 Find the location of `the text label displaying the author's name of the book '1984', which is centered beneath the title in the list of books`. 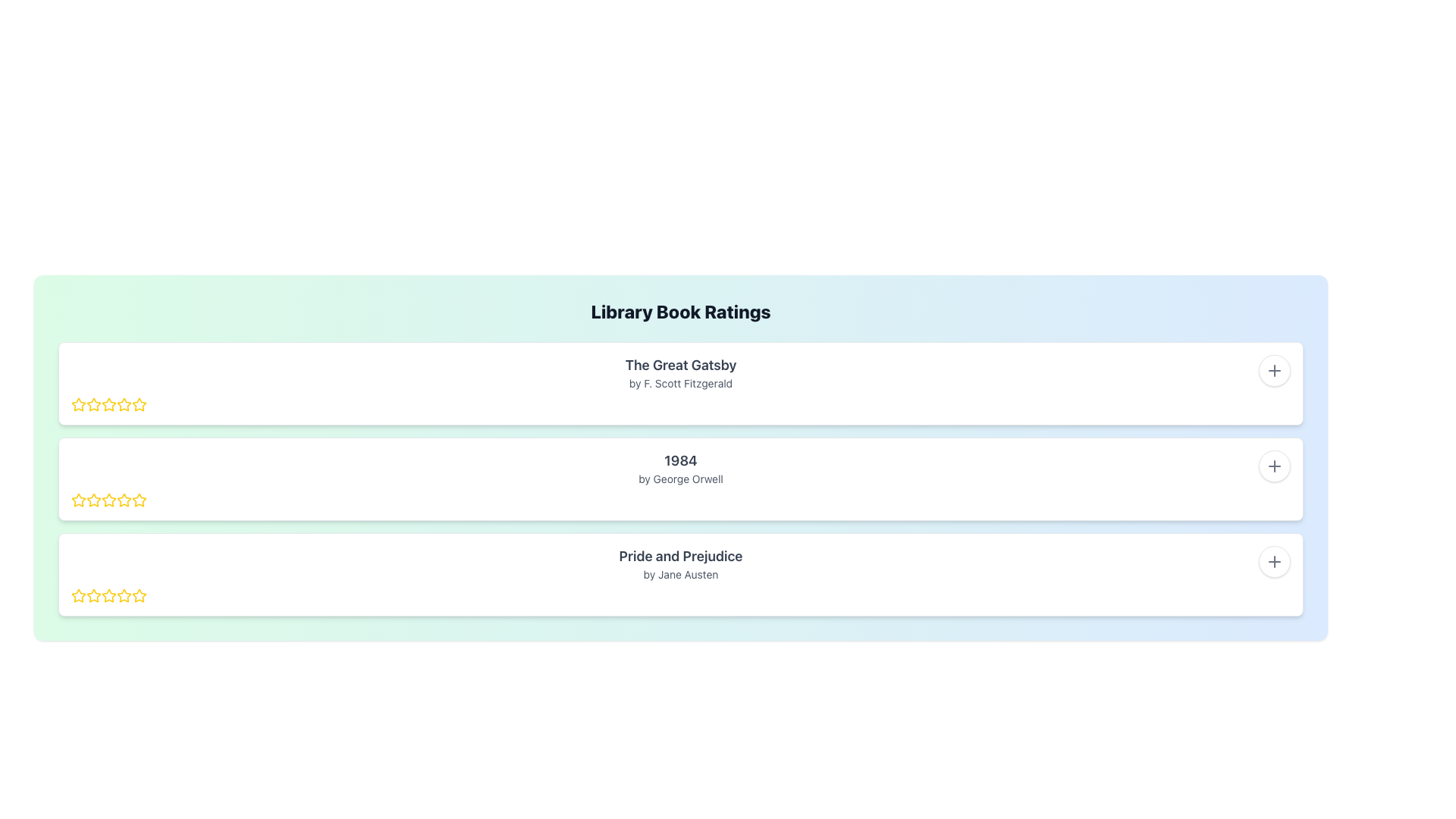

the text label displaying the author's name of the book '1984', which is centered beneath the title in the list of books is located at coordinates (679, 479).